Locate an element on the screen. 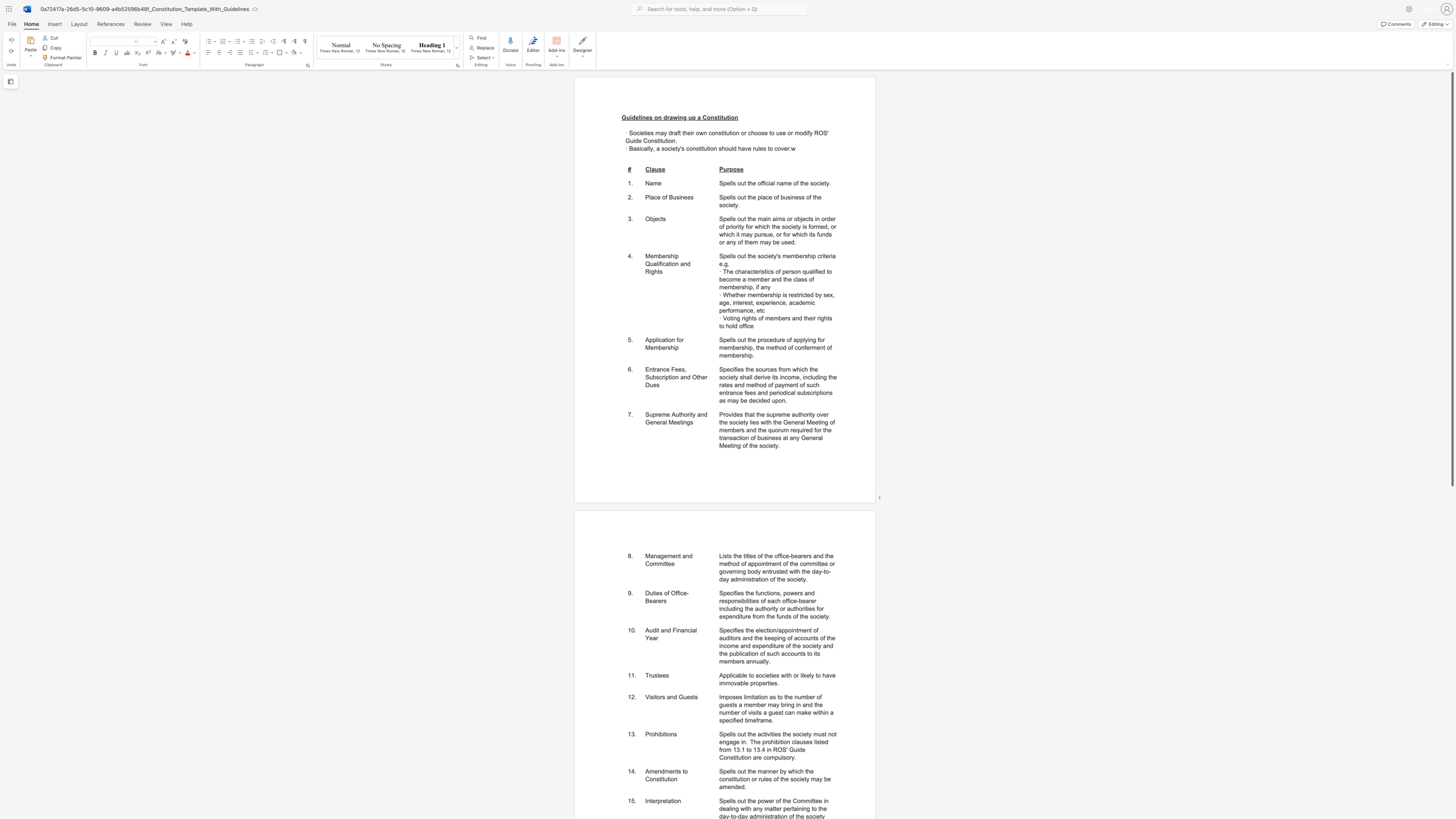 Image resolution: width=1456 pixels, height=819 pixels. the space between the continuous character "t" and "u" in the text is located at coordinates (662, 140).